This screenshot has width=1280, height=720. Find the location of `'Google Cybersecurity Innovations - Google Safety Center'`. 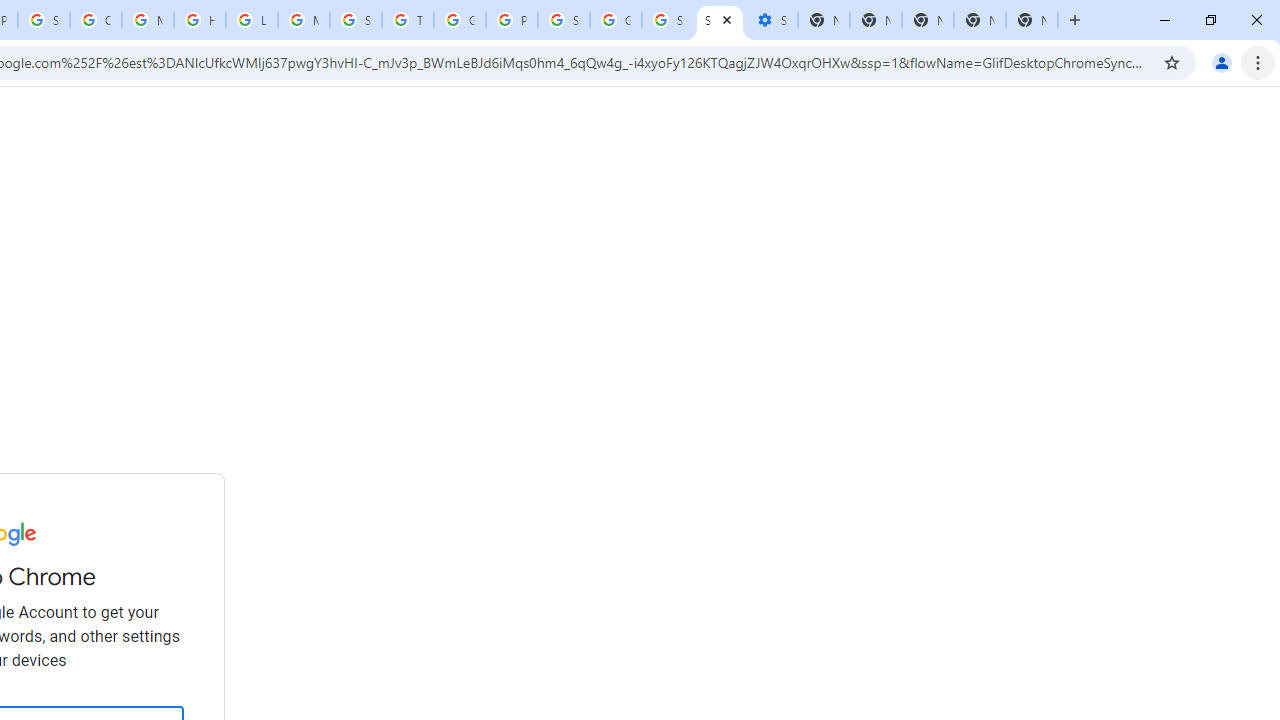

'Google Cybersecurity Innovations - Google Safety Center' is located at coordinates (615, 20).